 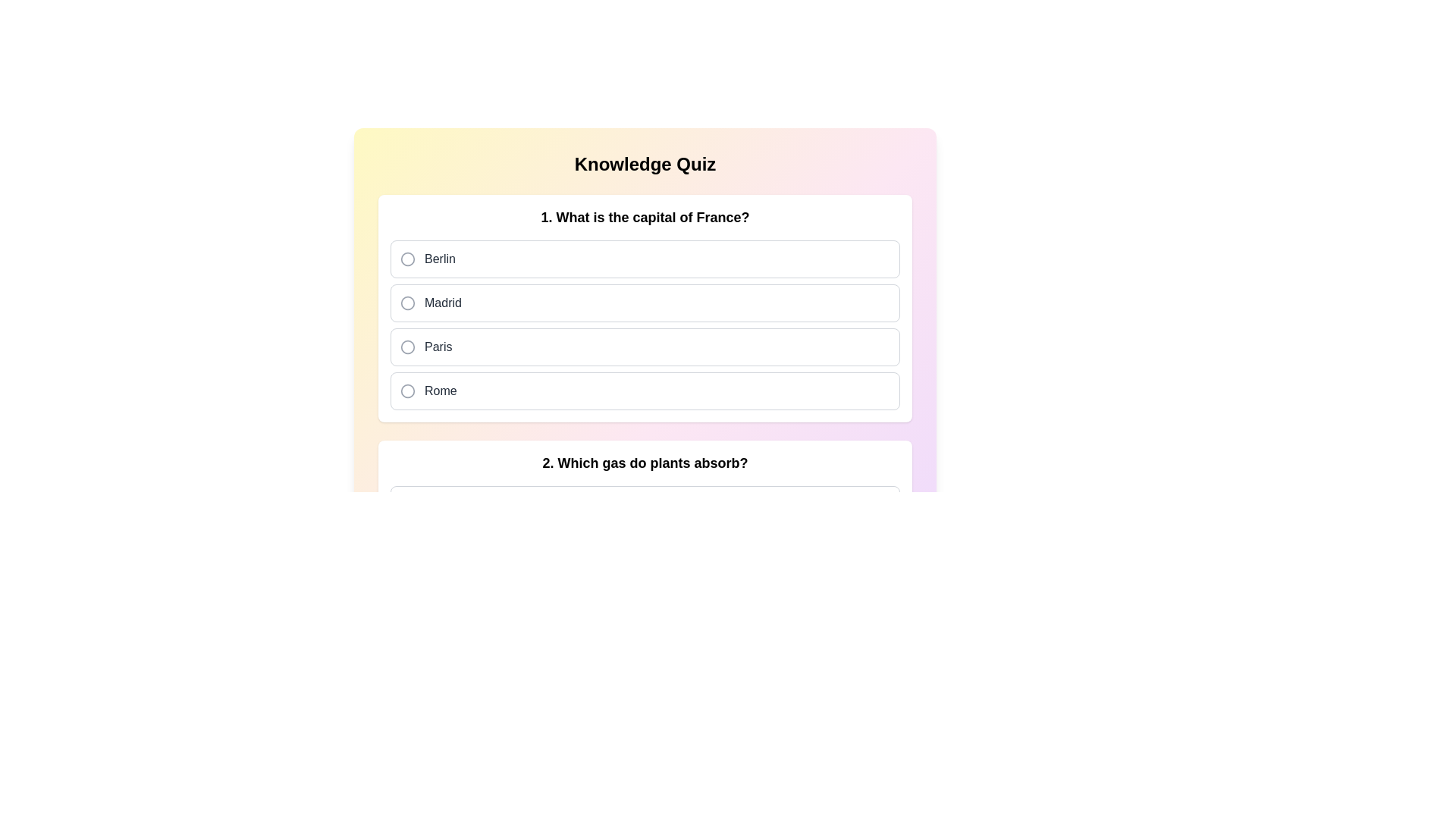 I want to click on the second radio button option in the vertical list of four choices below the question 'What is the capital of France?', so click(x=645, y=303).